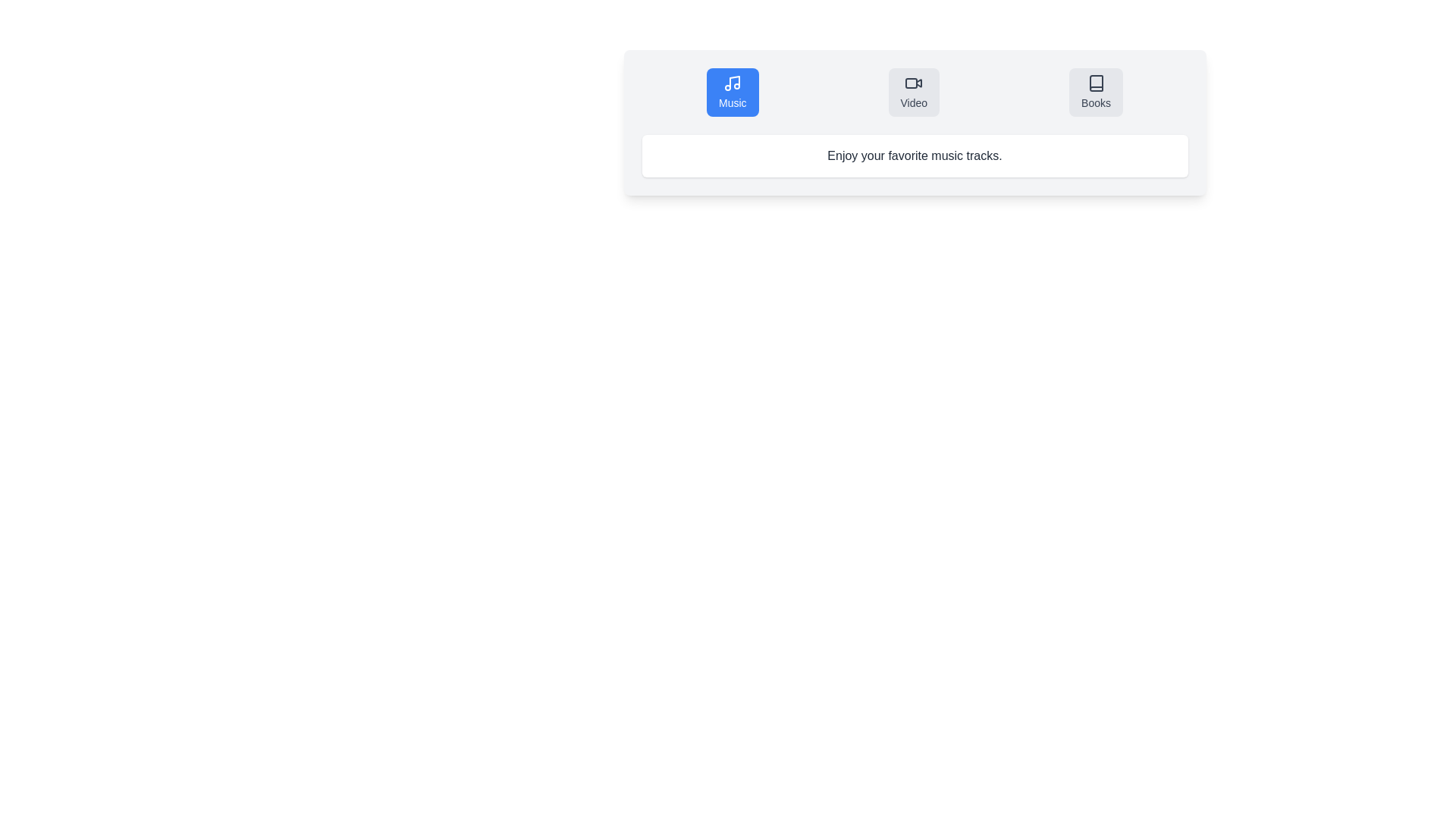  Describe the element at coordinates (735, 82) in the screenshot. I see `the music note icon represented by a vertical line and a rounded note shape in the top-left segment of the interface within the 'Music' box` at that location.